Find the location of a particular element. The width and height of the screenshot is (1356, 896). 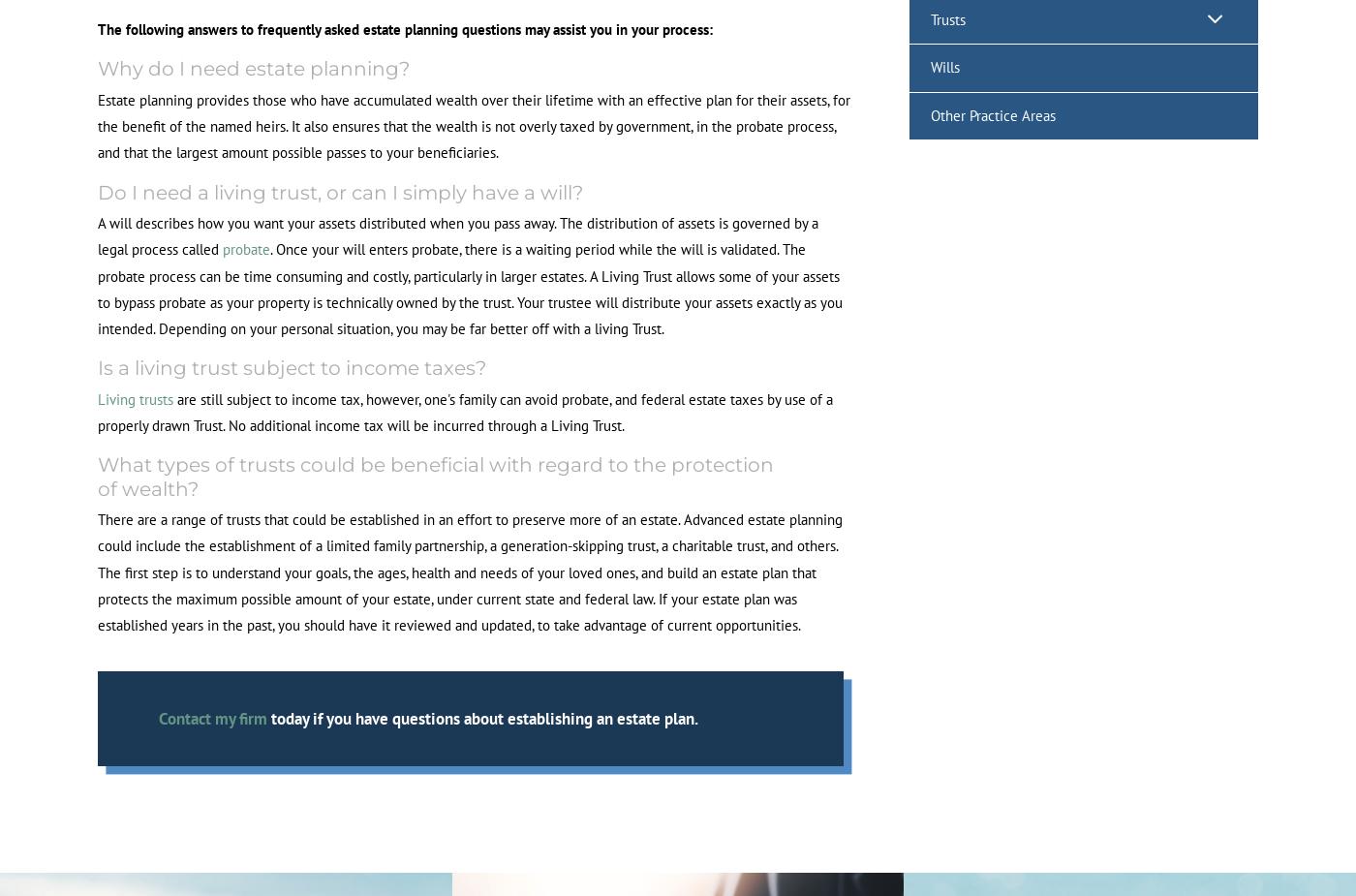

'probate' is located at coordinates (246, 248).